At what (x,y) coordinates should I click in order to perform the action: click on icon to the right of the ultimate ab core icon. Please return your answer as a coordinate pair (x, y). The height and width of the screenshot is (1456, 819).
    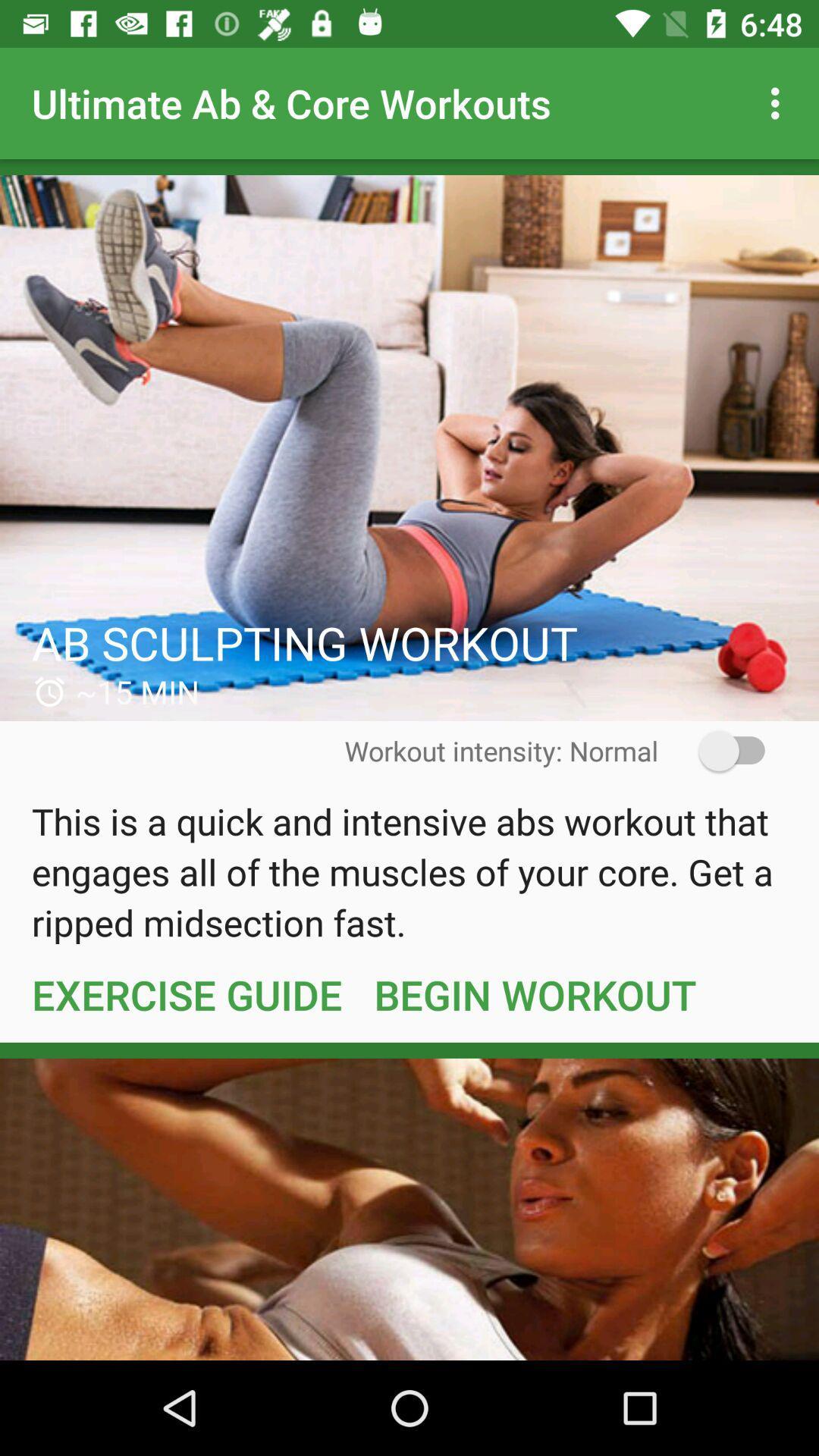
    Looking at the image, I should click on (779, 102).